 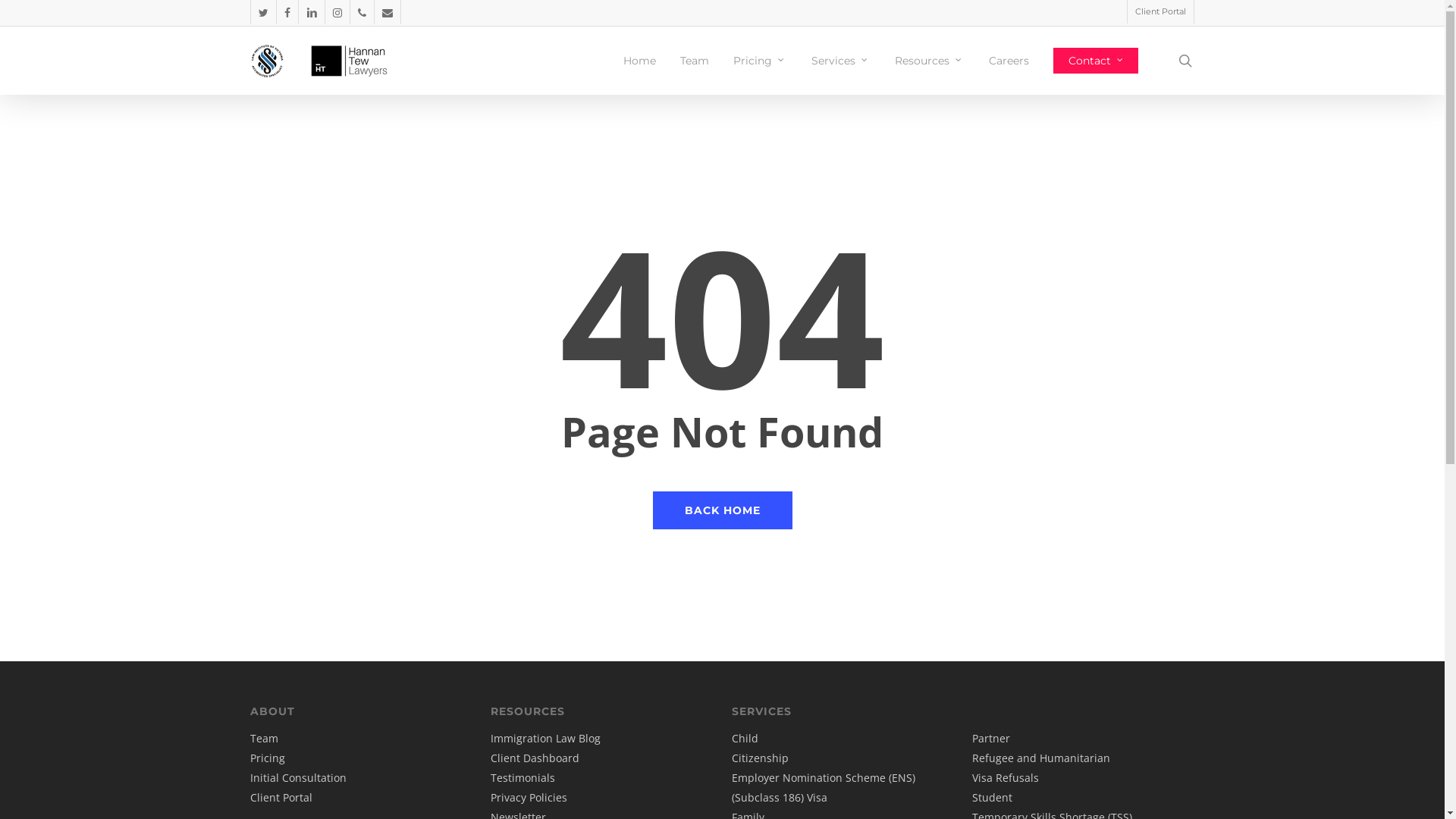 What do you see at coordinates (1005, 777) in the screenshot?
I see `'Visa Refusals'` at bounding box center [1005, 777].